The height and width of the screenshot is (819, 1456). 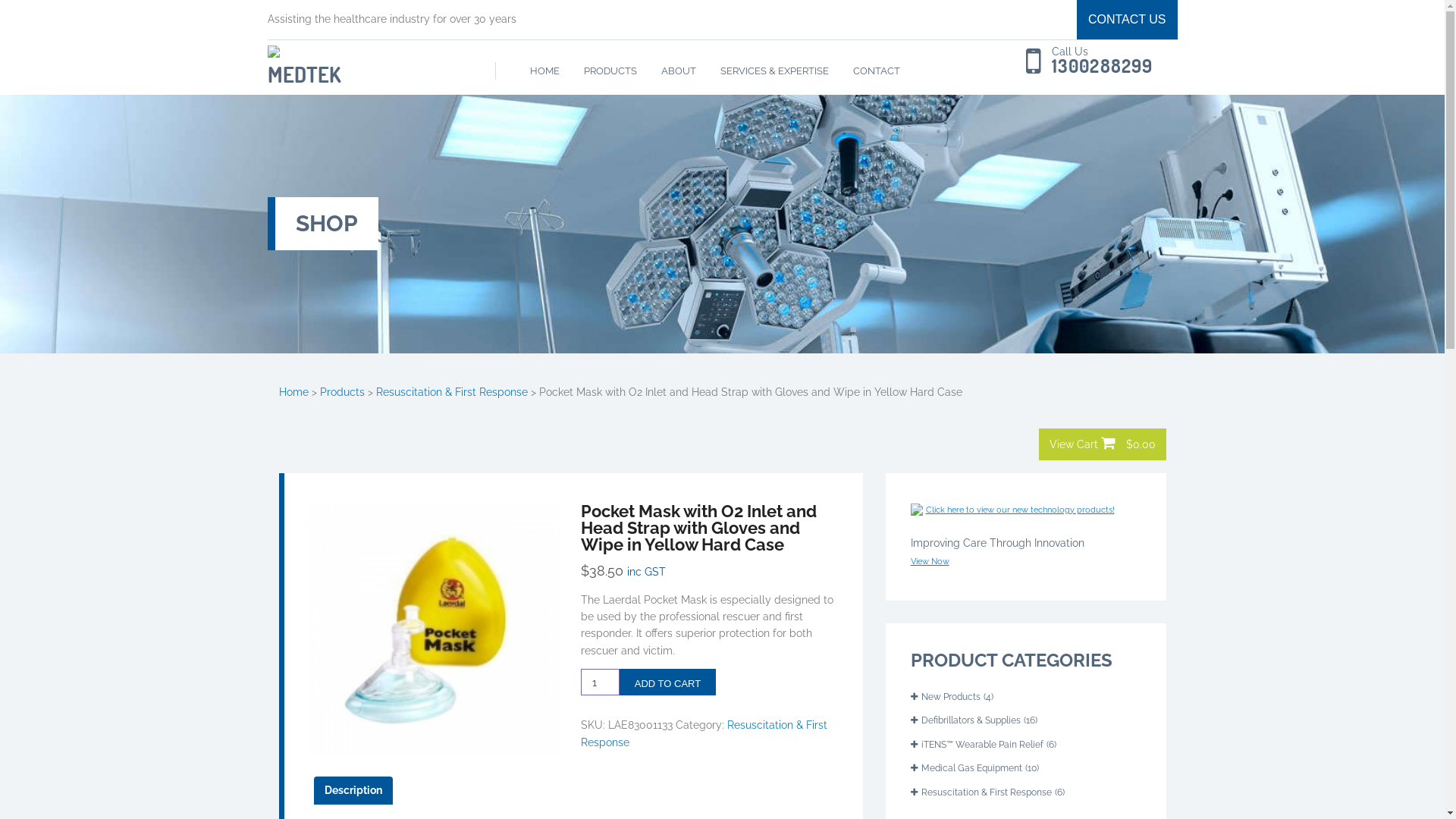 What do you see at coordinates (1103, 444) in the screenshot?
I see `'View Cart $0.00'` at bounding box center [1103, 444].